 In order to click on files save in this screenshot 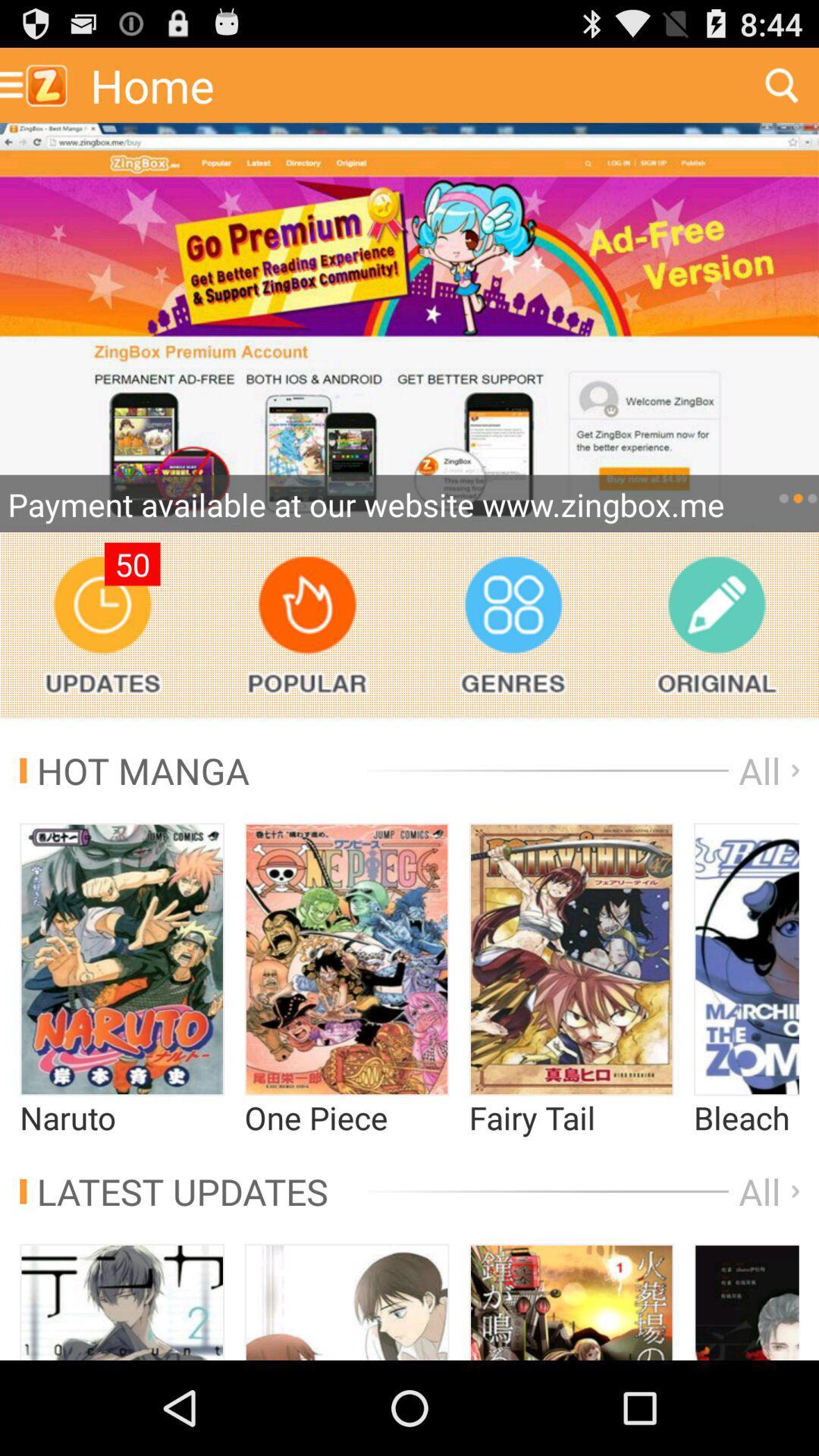, I will do `click(717, 625)`.